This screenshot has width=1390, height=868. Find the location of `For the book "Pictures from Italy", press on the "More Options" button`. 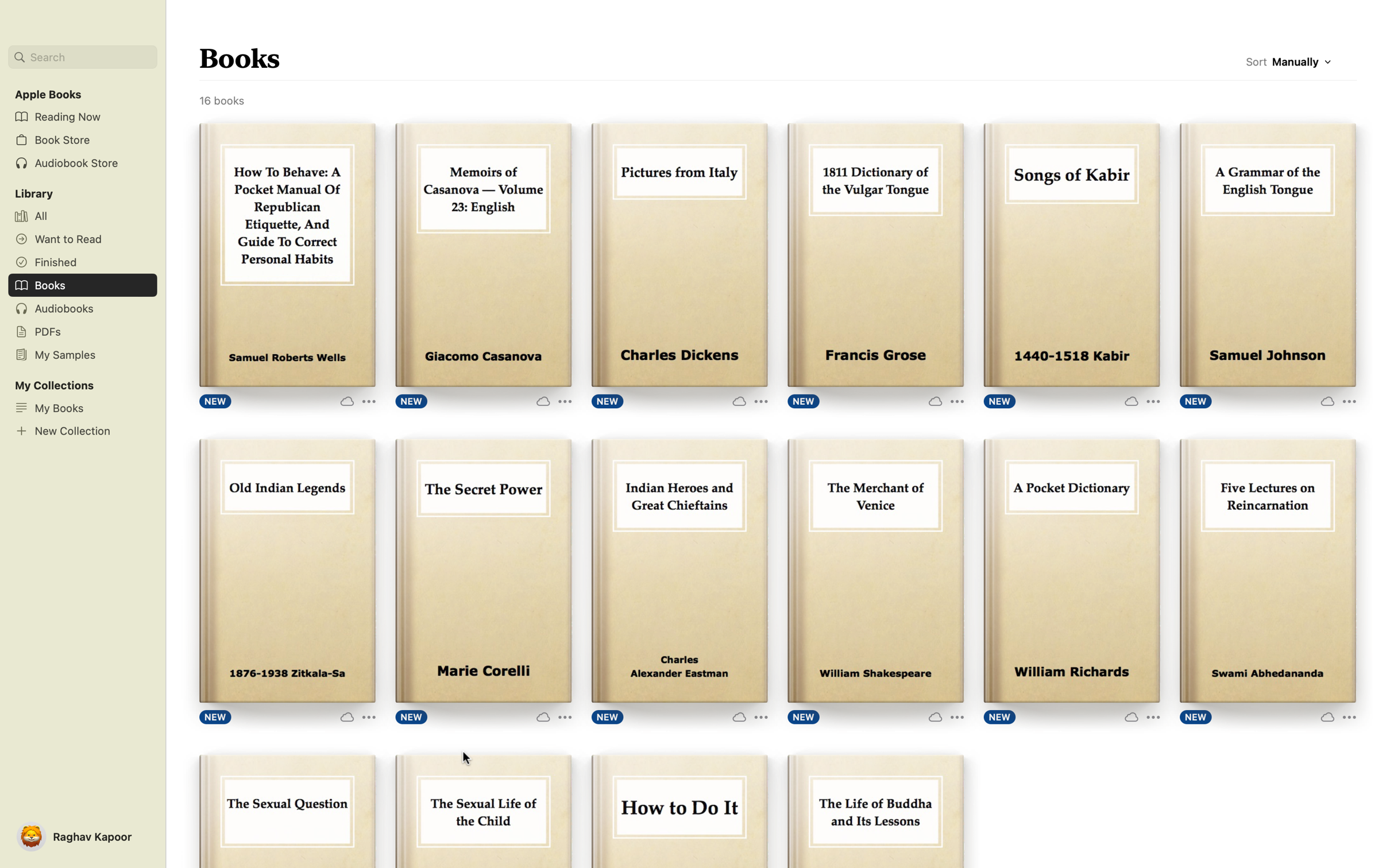

For the book "Pictures from Italy", press on the "More Options" button is located at coordinates (747, 400).